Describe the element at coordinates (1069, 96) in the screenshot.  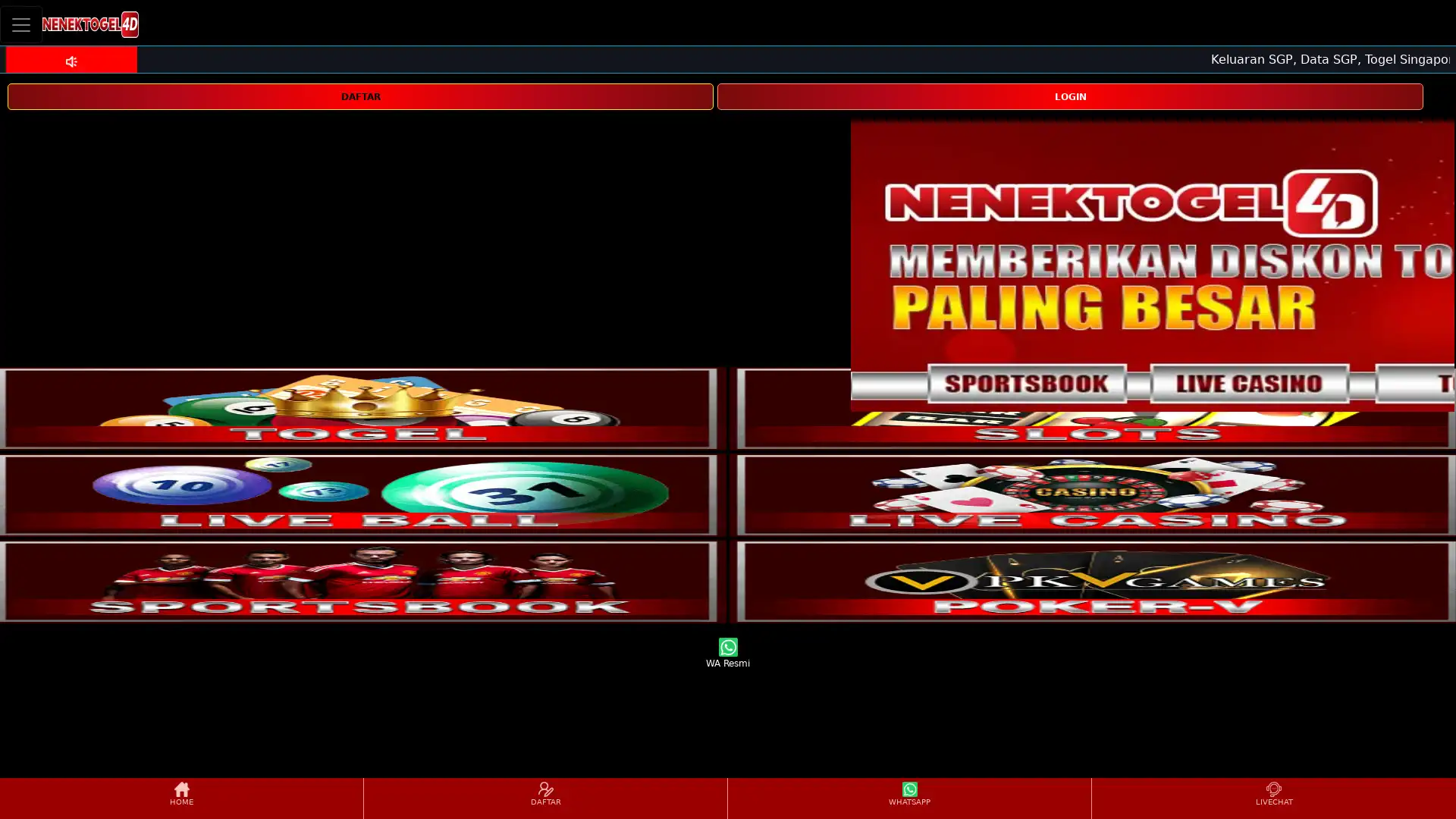
I see `LOGIN` at that location.